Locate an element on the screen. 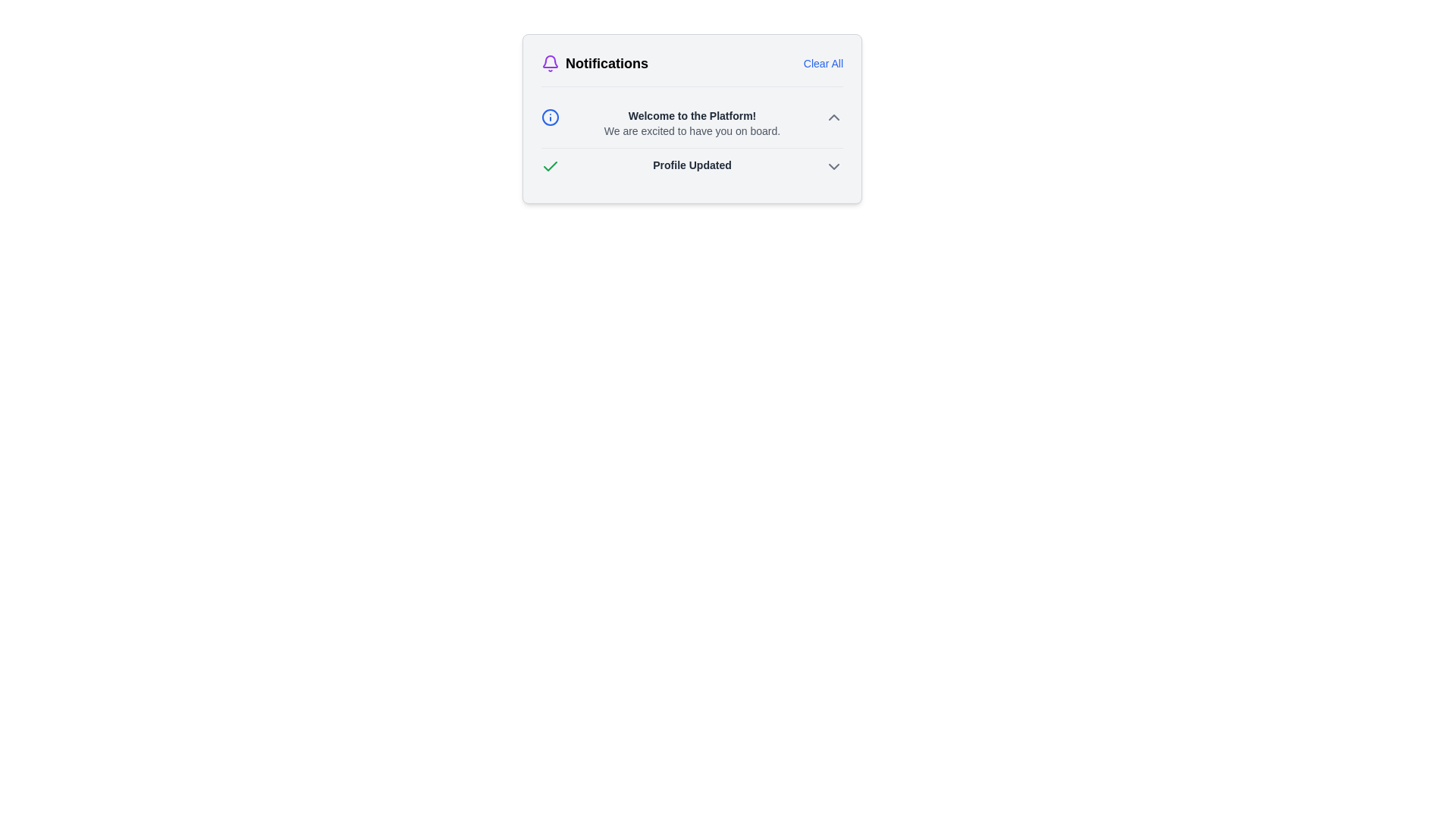 The image size is (1456, 819). the green checkmark icon that indicates 'Profile Updated', located next to the text 'Profile Updated' is located at coordinates (549, 166).